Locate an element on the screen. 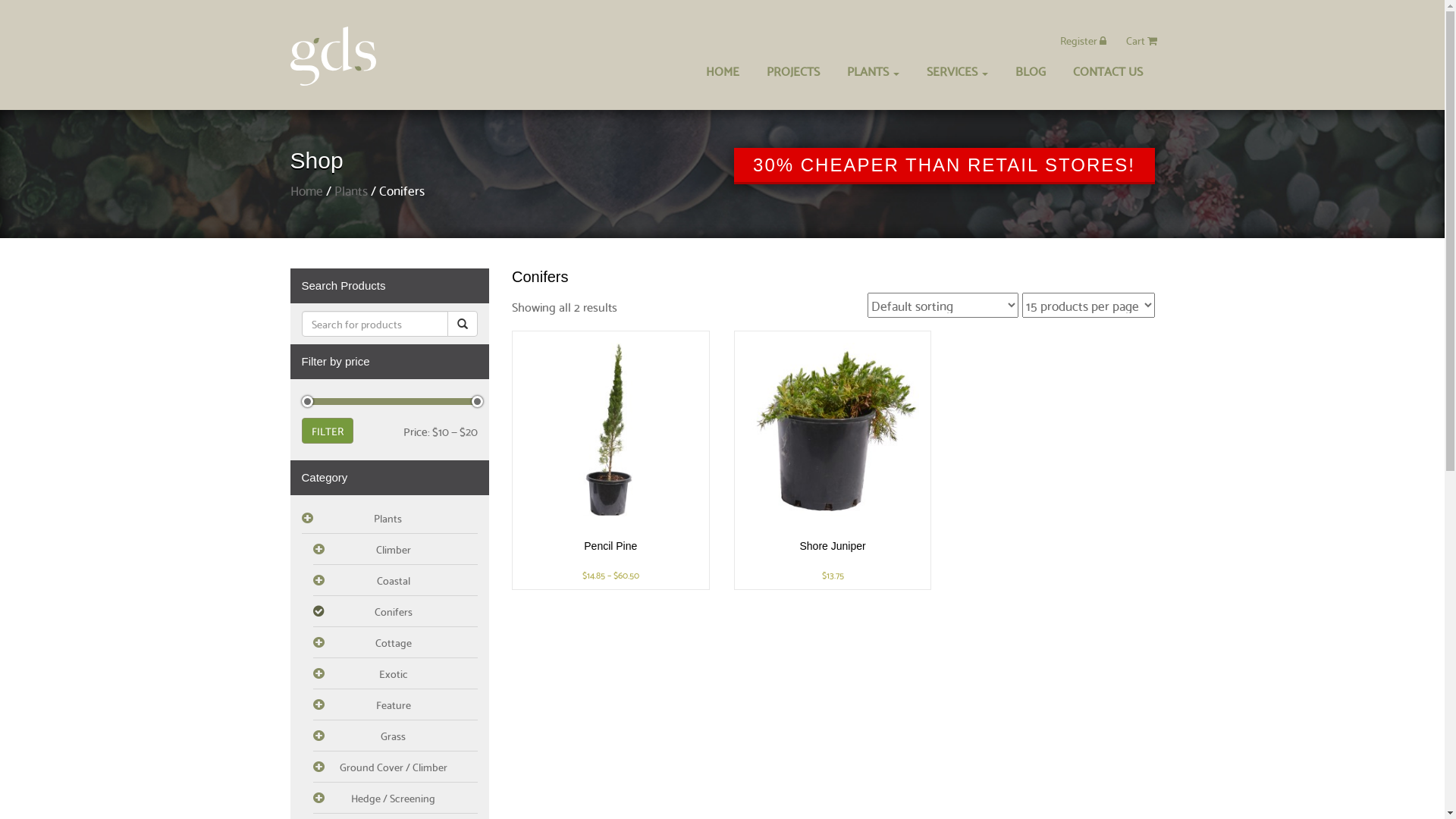  'Cottage' is located at coordinates (395, 642).